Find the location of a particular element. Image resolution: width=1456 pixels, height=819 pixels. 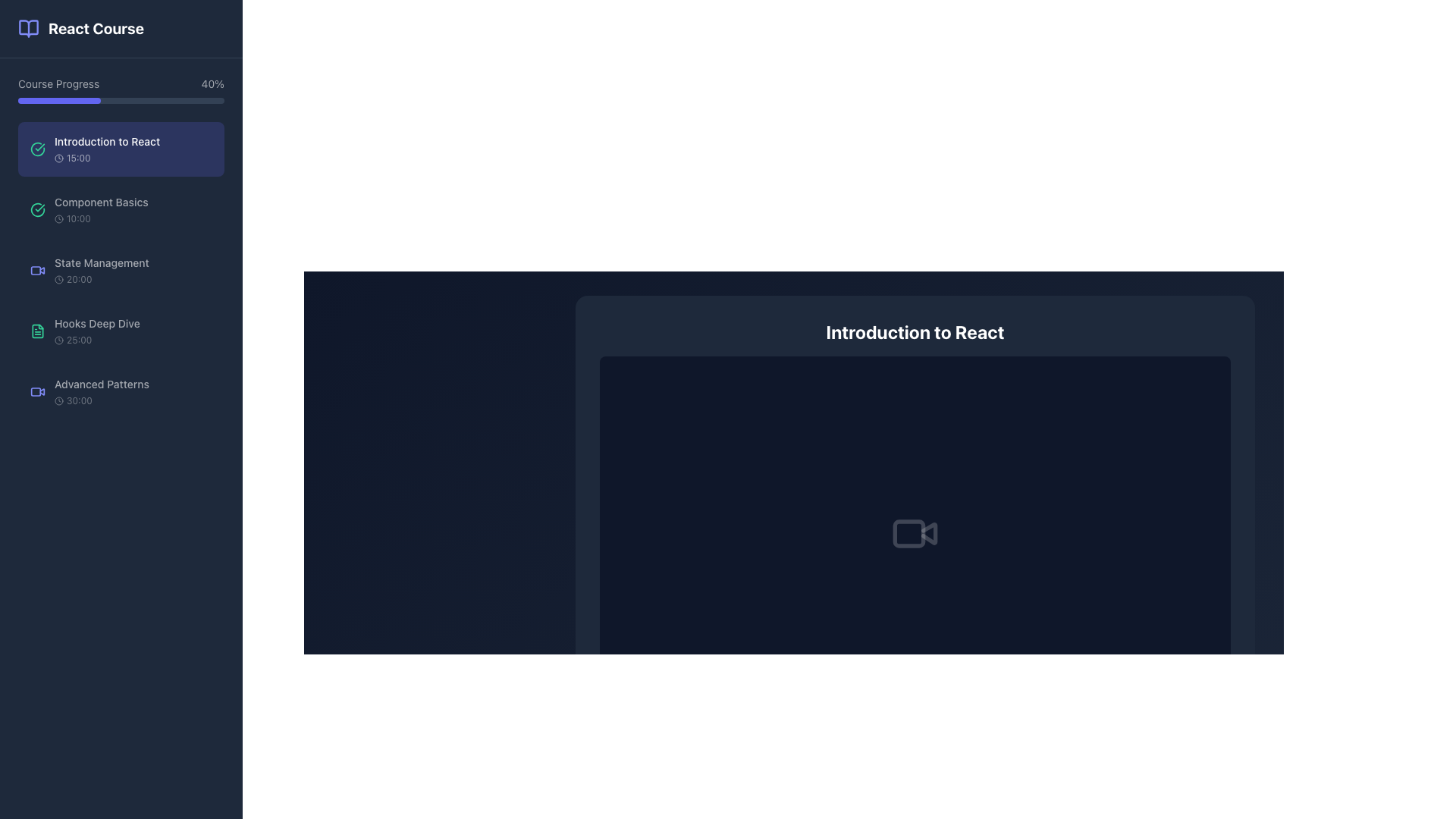

the clock icon located in the 'Introduction to React' section of the sidebar menu is located at coordinates (58, 158).